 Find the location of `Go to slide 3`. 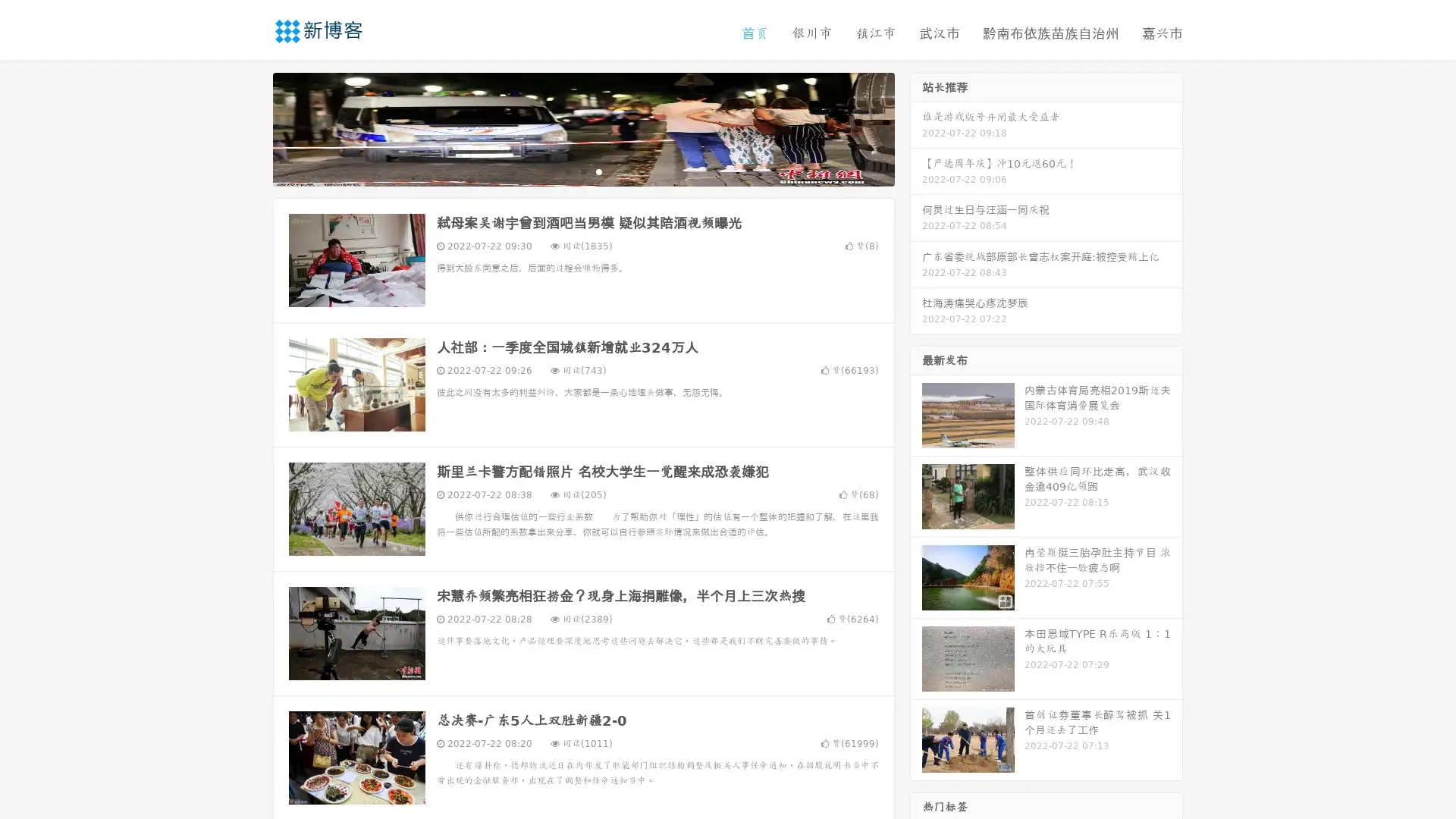

Go to slide 3 is located at coordinates (598, 171).